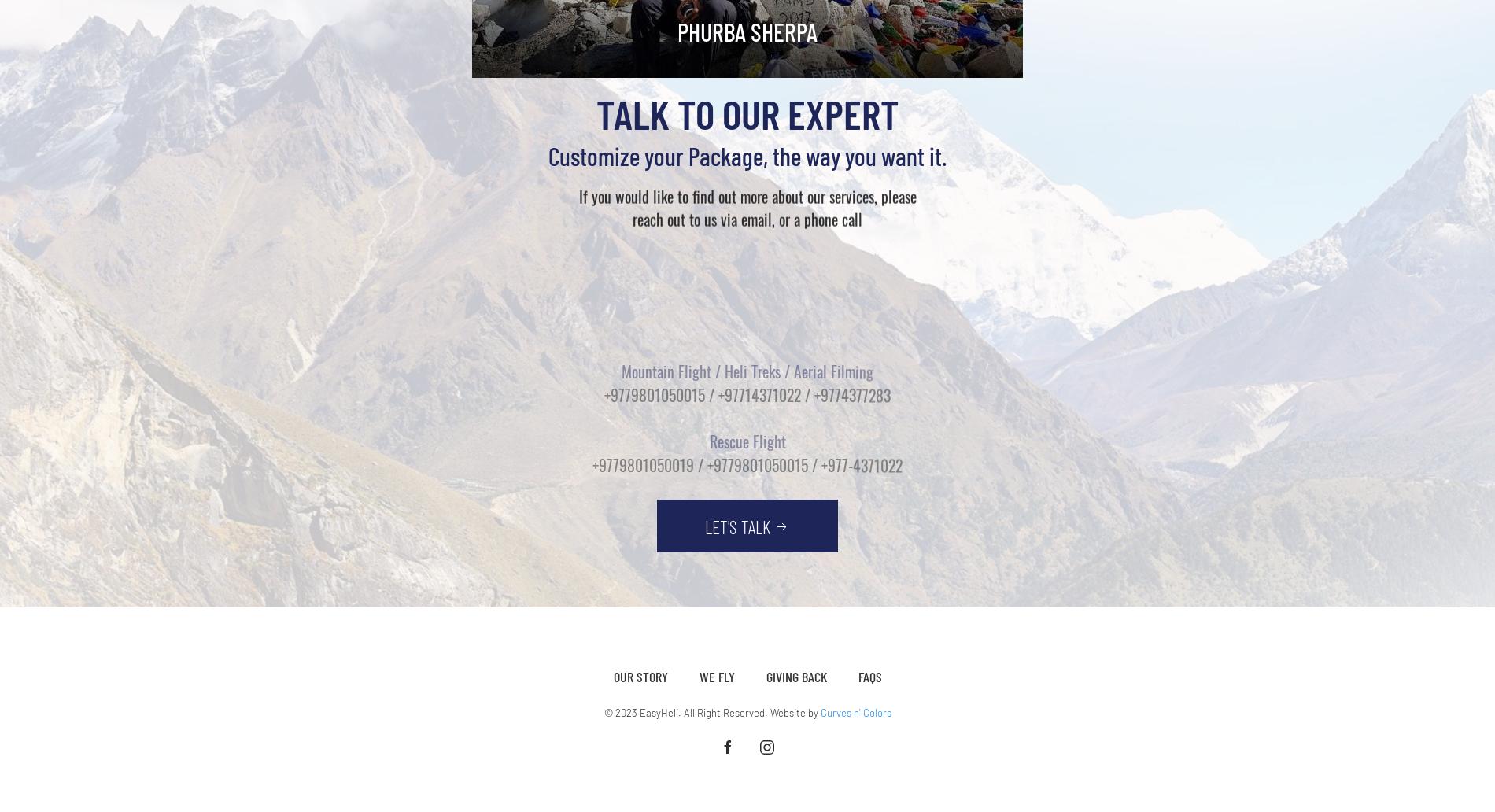  Describe the element at coordinates (746, 201) in the screenshot. I see `'If you would like to find out more about our services, please reach out to us via email, or a phone call'` at that location.